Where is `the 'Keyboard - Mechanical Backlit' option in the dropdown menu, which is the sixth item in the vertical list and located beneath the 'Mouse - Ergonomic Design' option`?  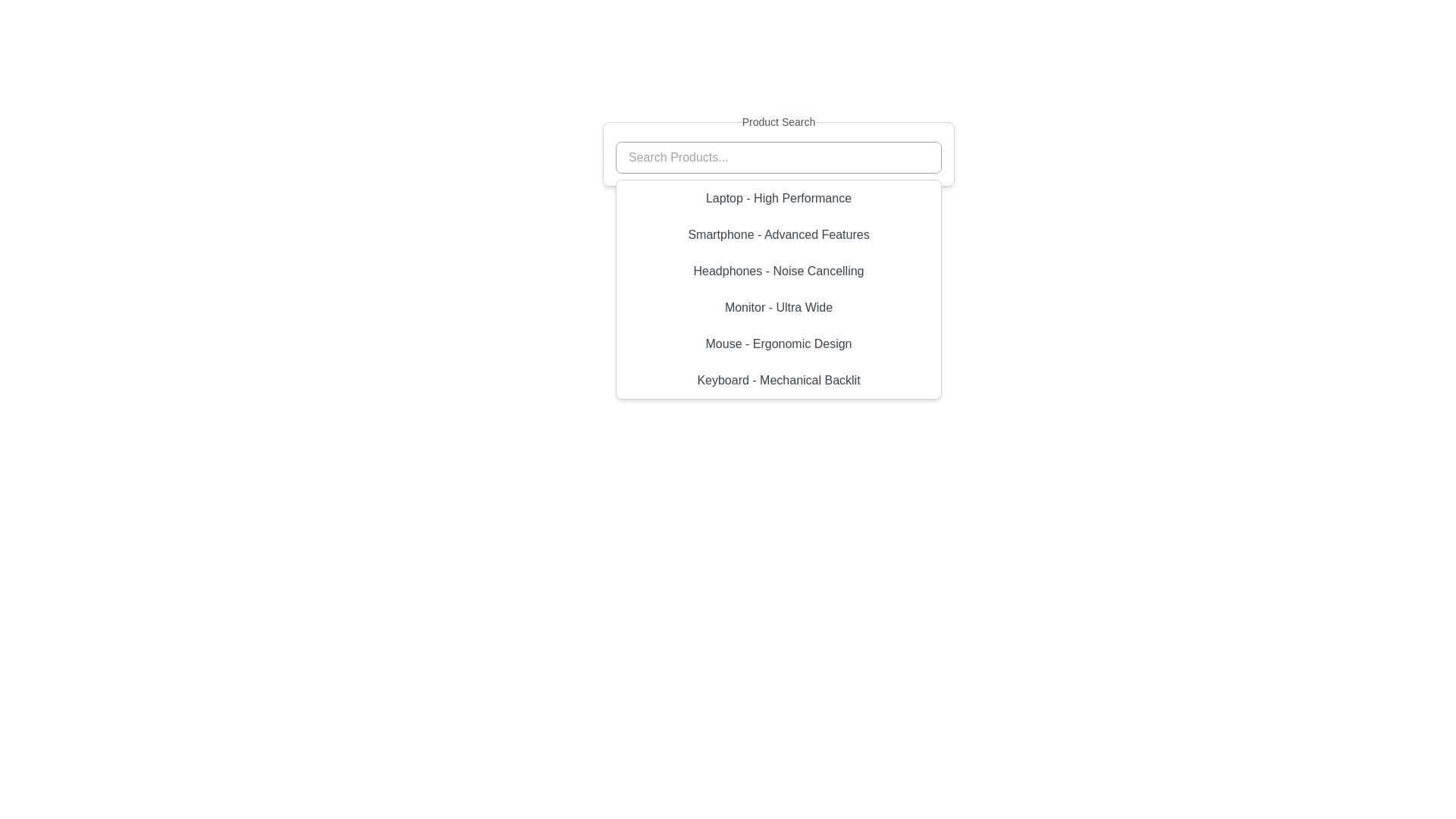 the 'Keyboard - Mechanical Backlit' option in the dropdown menu, which is the sixth item in the vertical list and located beneath the 'Mouse - Ergonomic Design' option is located at coordinates (779, 379).